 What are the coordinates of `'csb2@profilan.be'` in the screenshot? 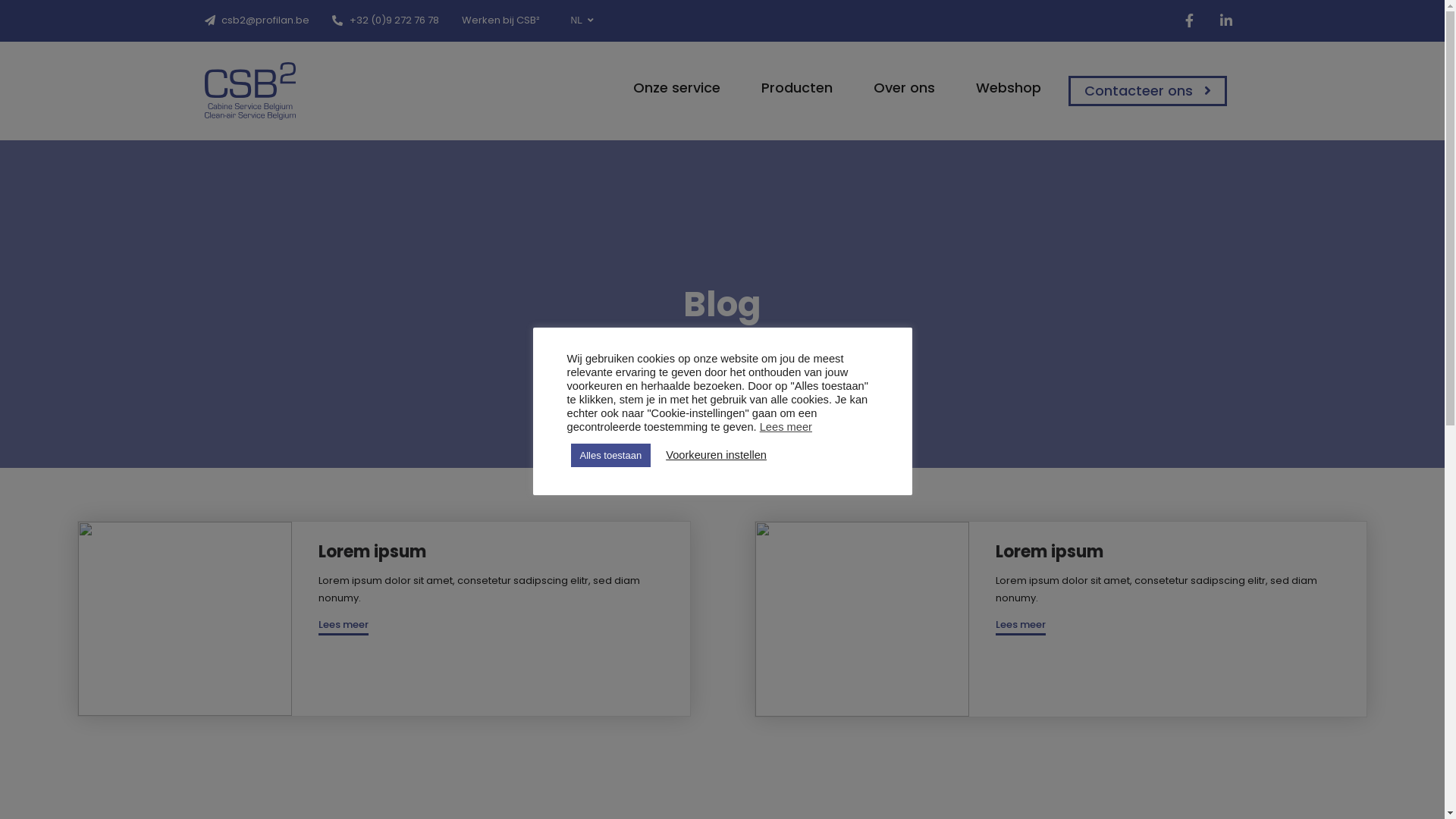 It's located at (203, 20).